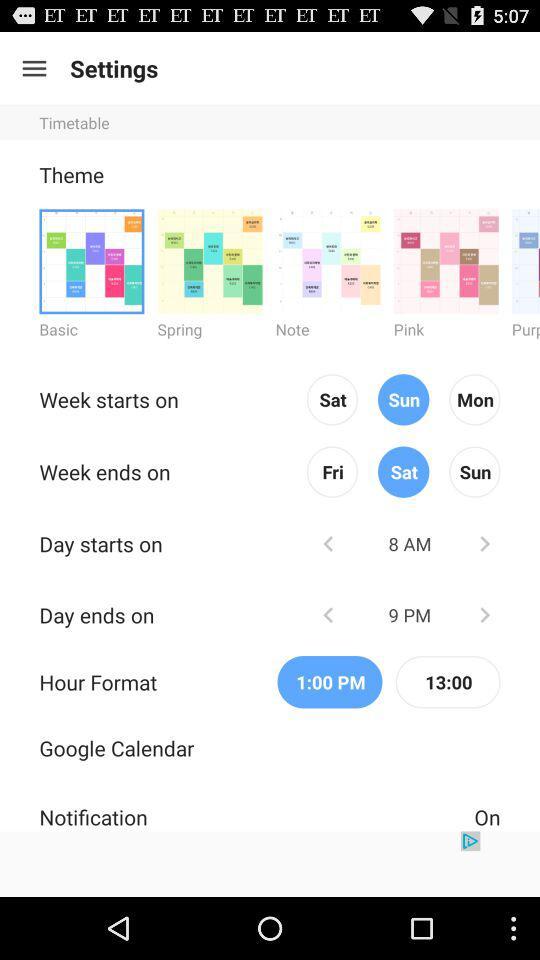 The image size is (540, 960). I want to click on open menu, so click(33, 68).